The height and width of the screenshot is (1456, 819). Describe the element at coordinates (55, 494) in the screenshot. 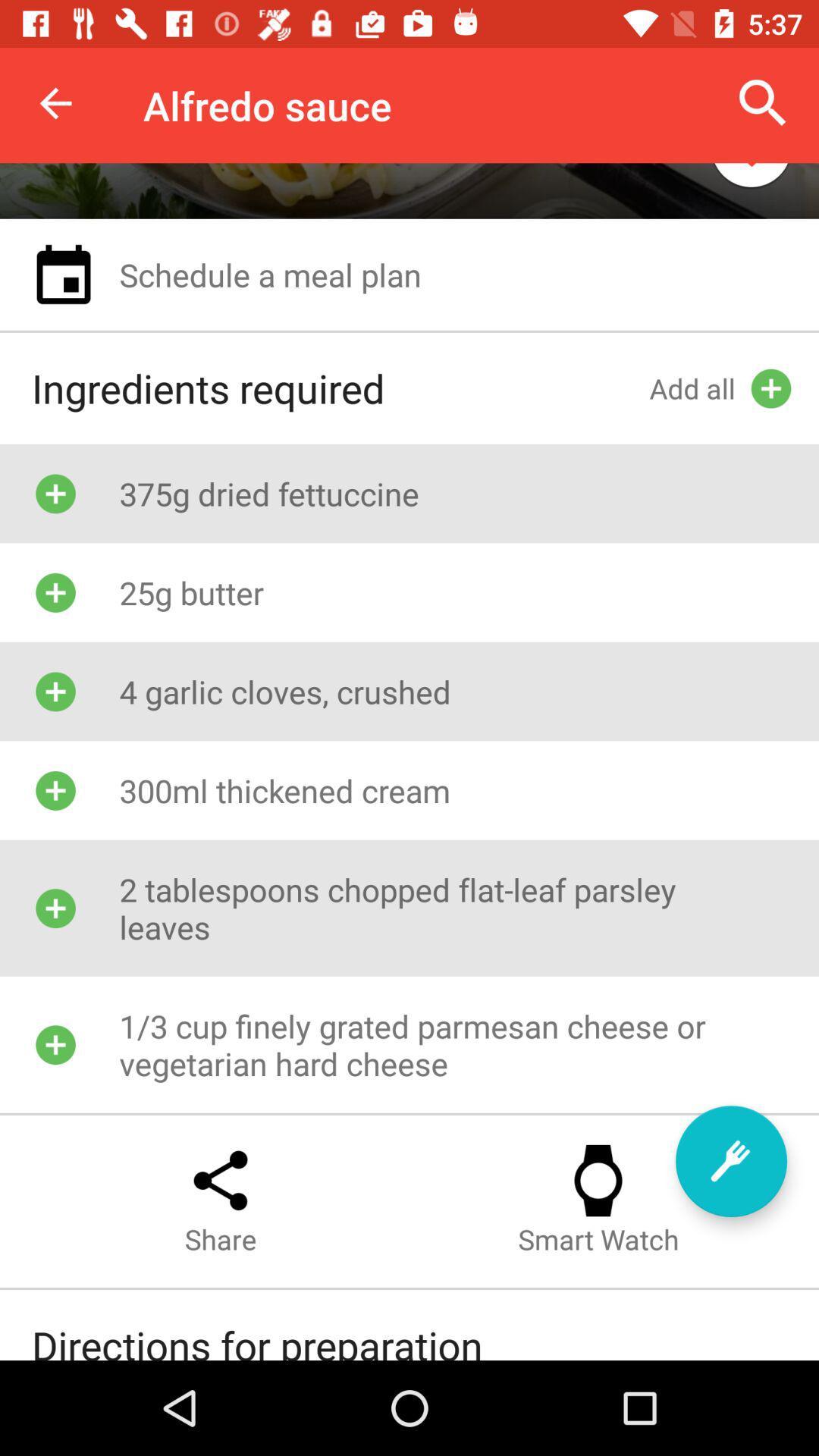

I see `the add symbol which is left hand side of the text 375g dried fettuccine` at that location.